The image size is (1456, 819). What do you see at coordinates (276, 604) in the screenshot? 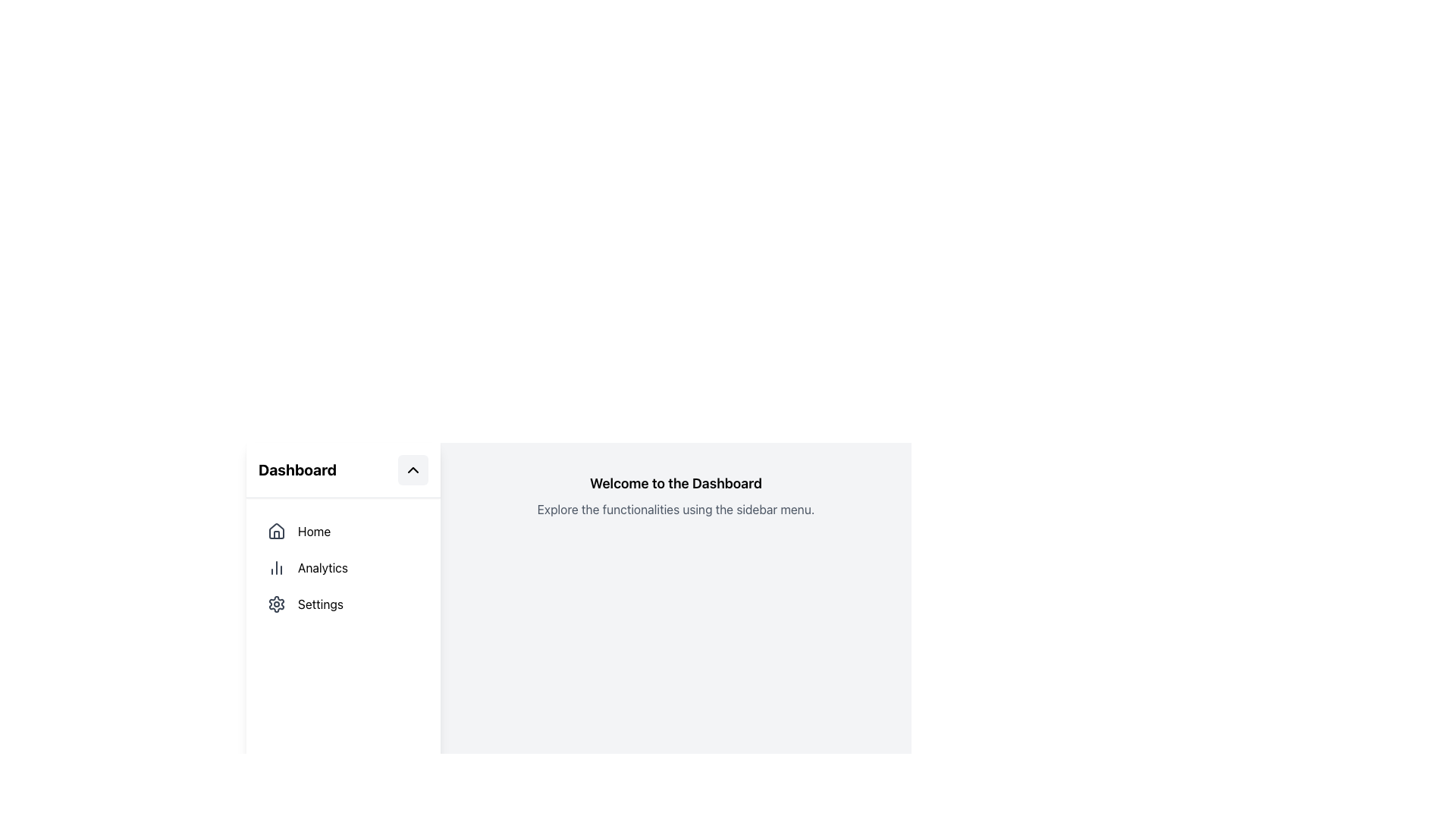
I see `the settings icon, which is a minimalistic grey gear icon located at the start of the 'Settings' list item in the sidebar` at bounding box center [276, 604].